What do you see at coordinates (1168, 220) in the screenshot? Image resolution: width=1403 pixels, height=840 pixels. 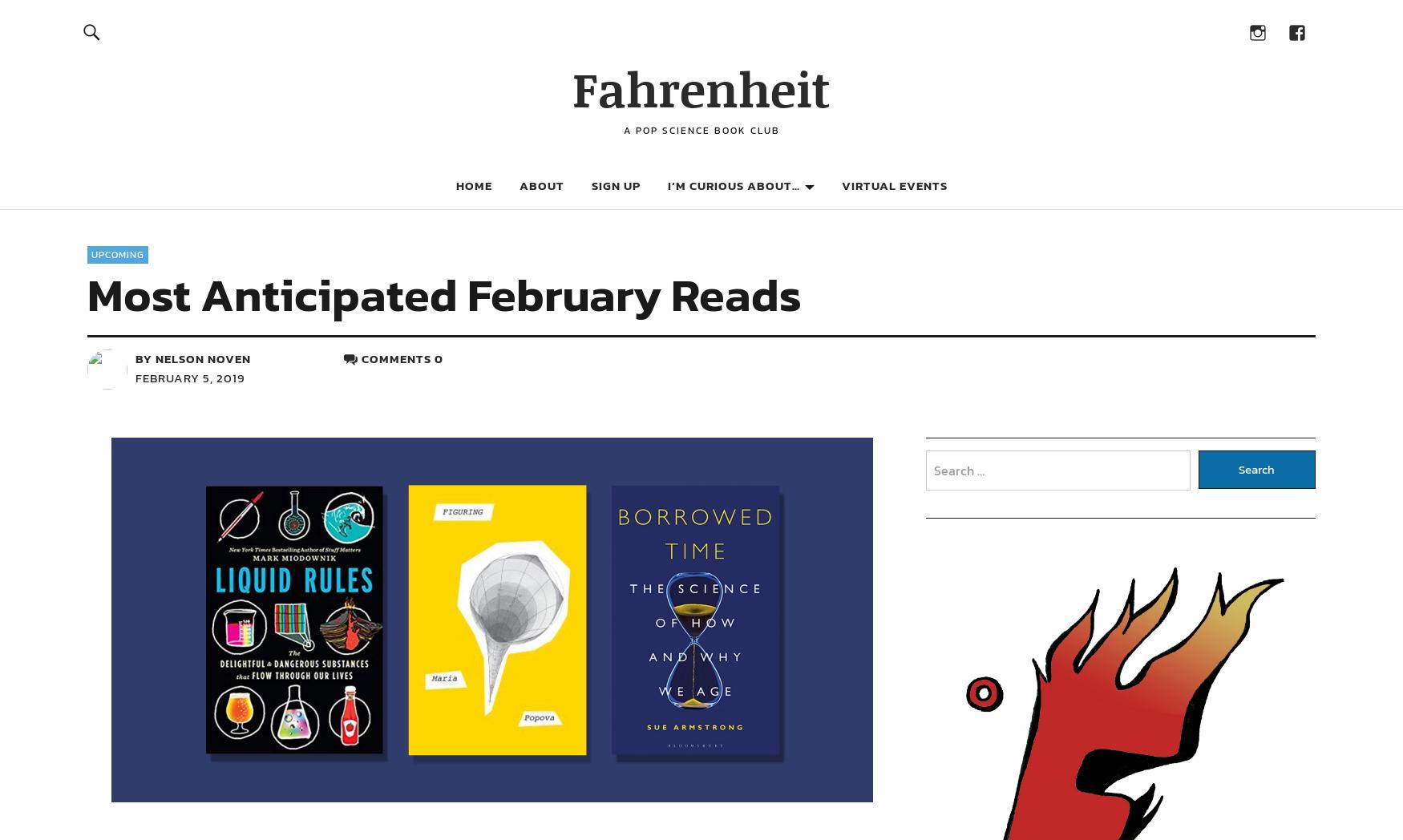 I see `'Undark – Books'` at bounding box center [1168, 220].